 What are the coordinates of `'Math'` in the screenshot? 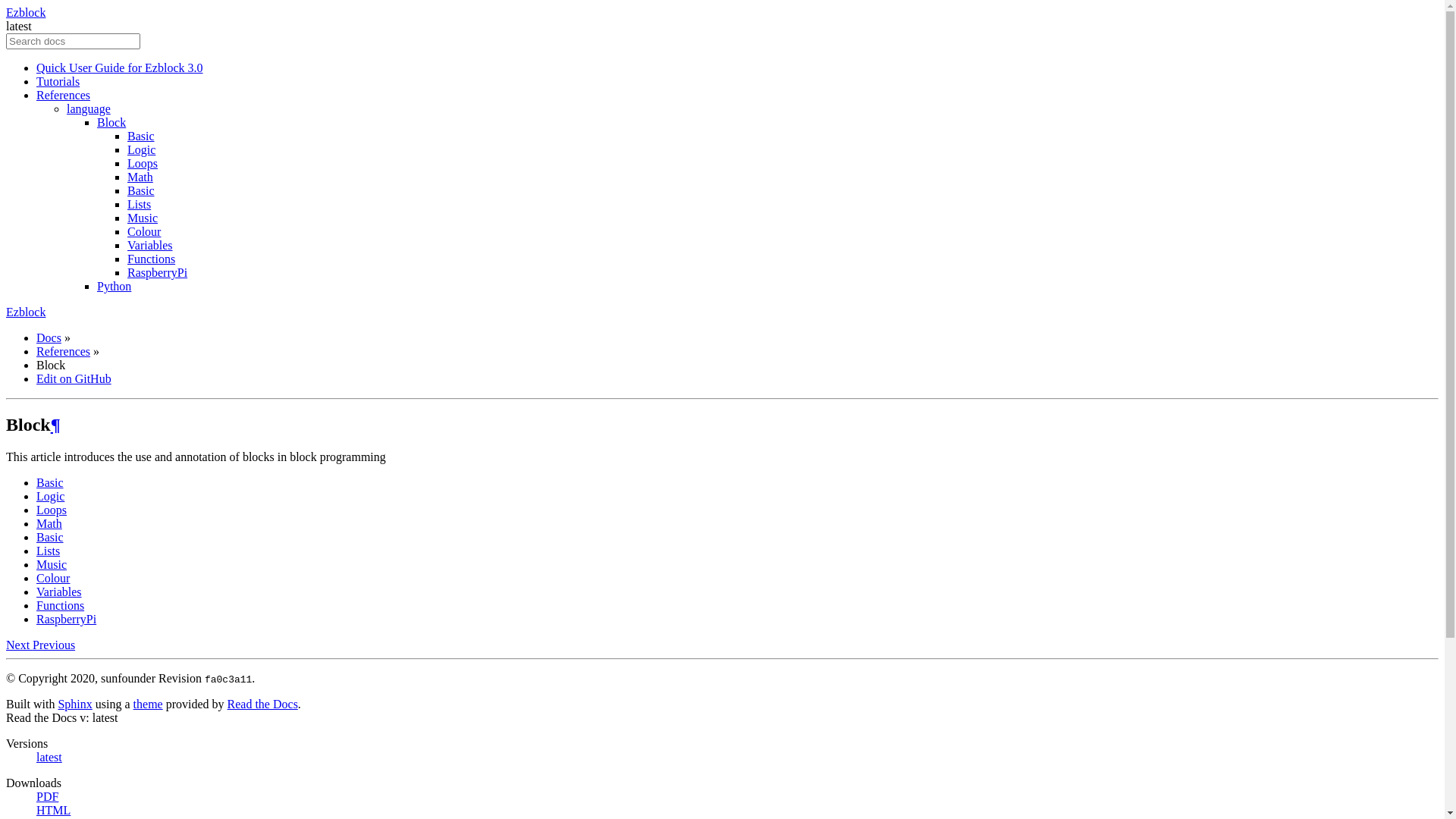 It's located at (140, 176).